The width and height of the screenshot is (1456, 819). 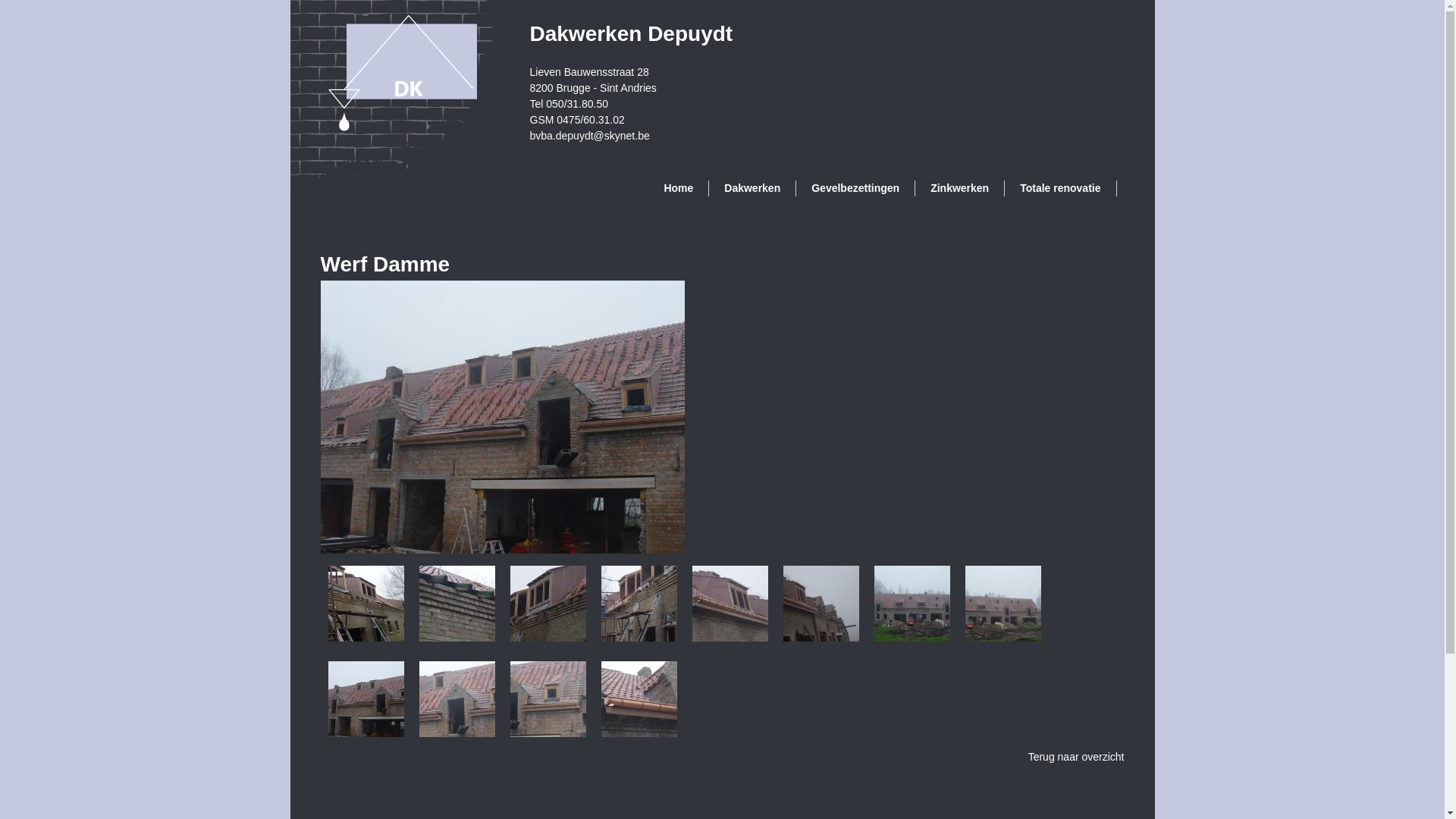 I want to click on 'bvba.depuydt@skynet.be', so click(x=588, y=133).